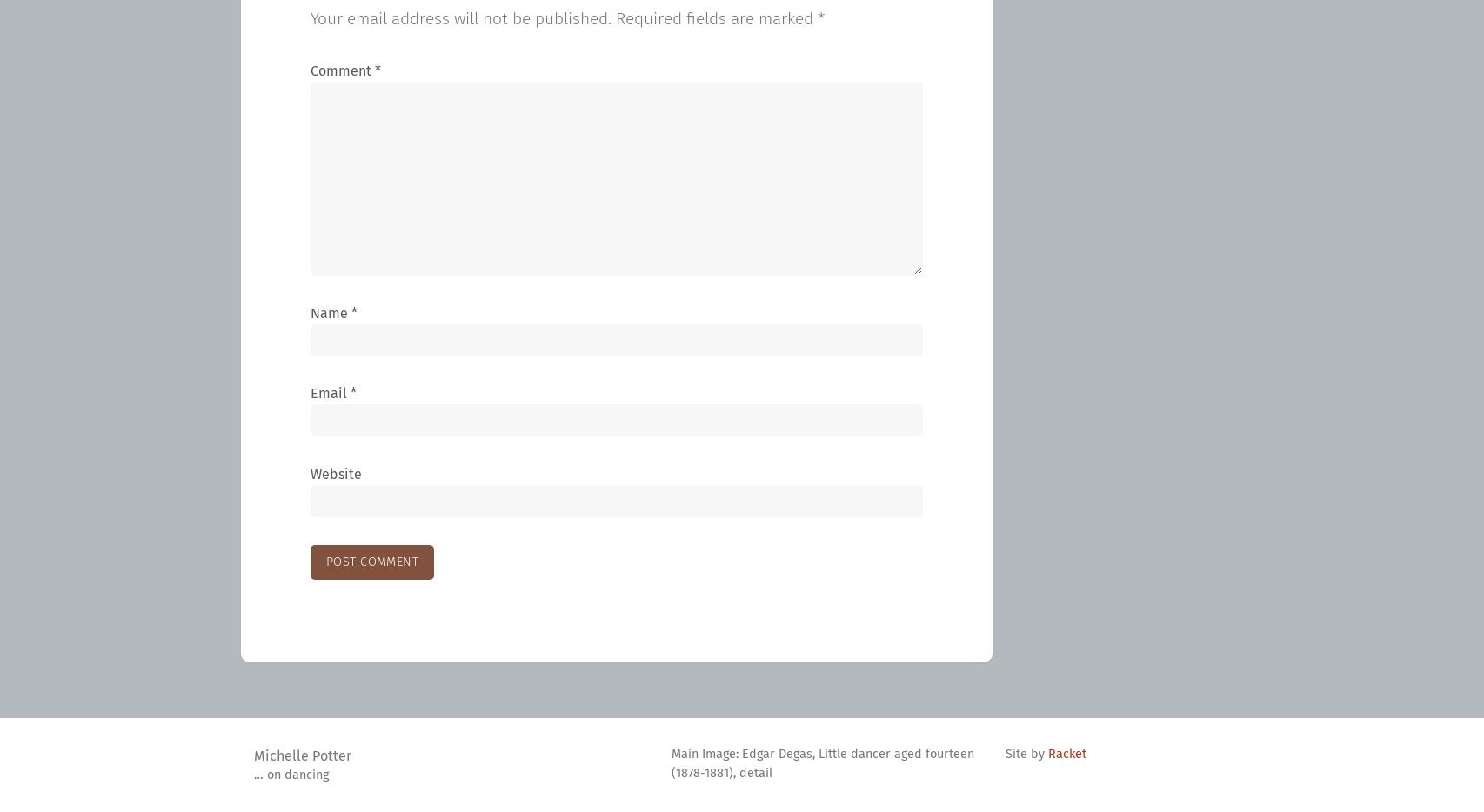 The image size is (1484, 812). What do you see at coordinates (303, 755) in the screenshot?
I see `'Michelle Potter'` at bounding box center [303, 755].